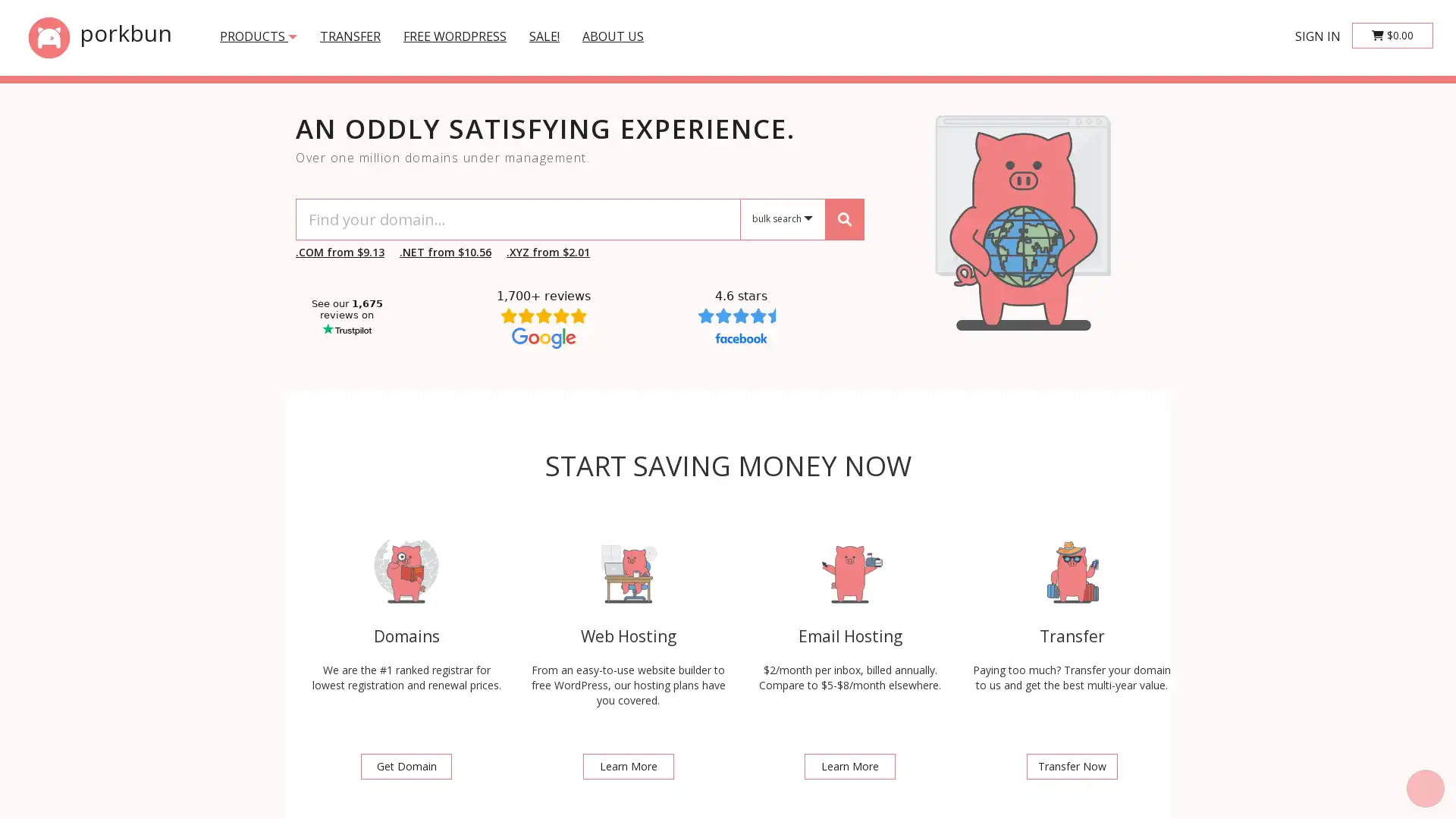  Describe the element at coordinates (843, 218) in the screenshot. I see `submit search` at that location.